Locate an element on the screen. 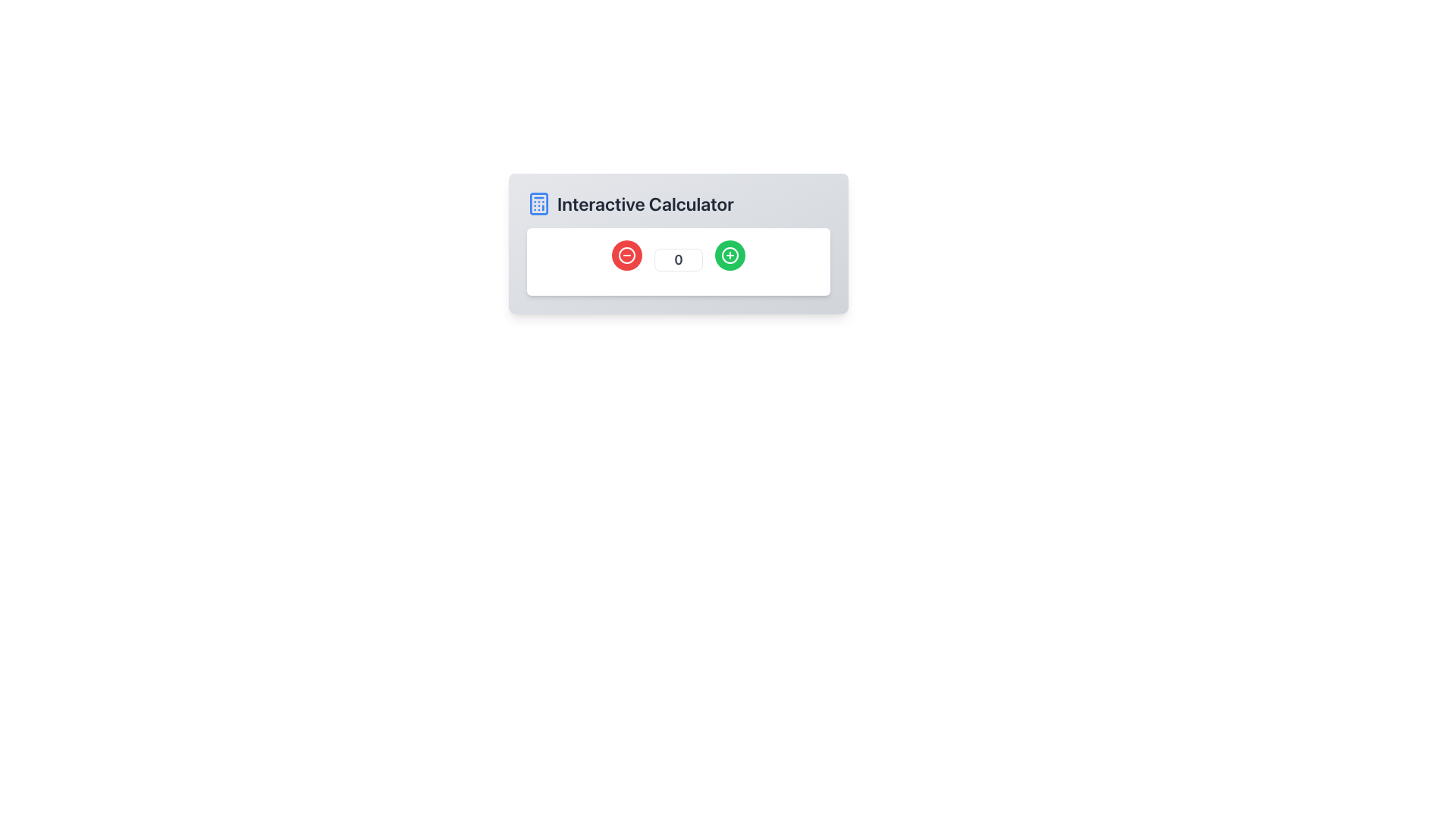 This screenshot has width=1456, height=819. the green button with a plus symbol on the interactive calculator interface to increment the displayed value is located at coordinates (677, 261).